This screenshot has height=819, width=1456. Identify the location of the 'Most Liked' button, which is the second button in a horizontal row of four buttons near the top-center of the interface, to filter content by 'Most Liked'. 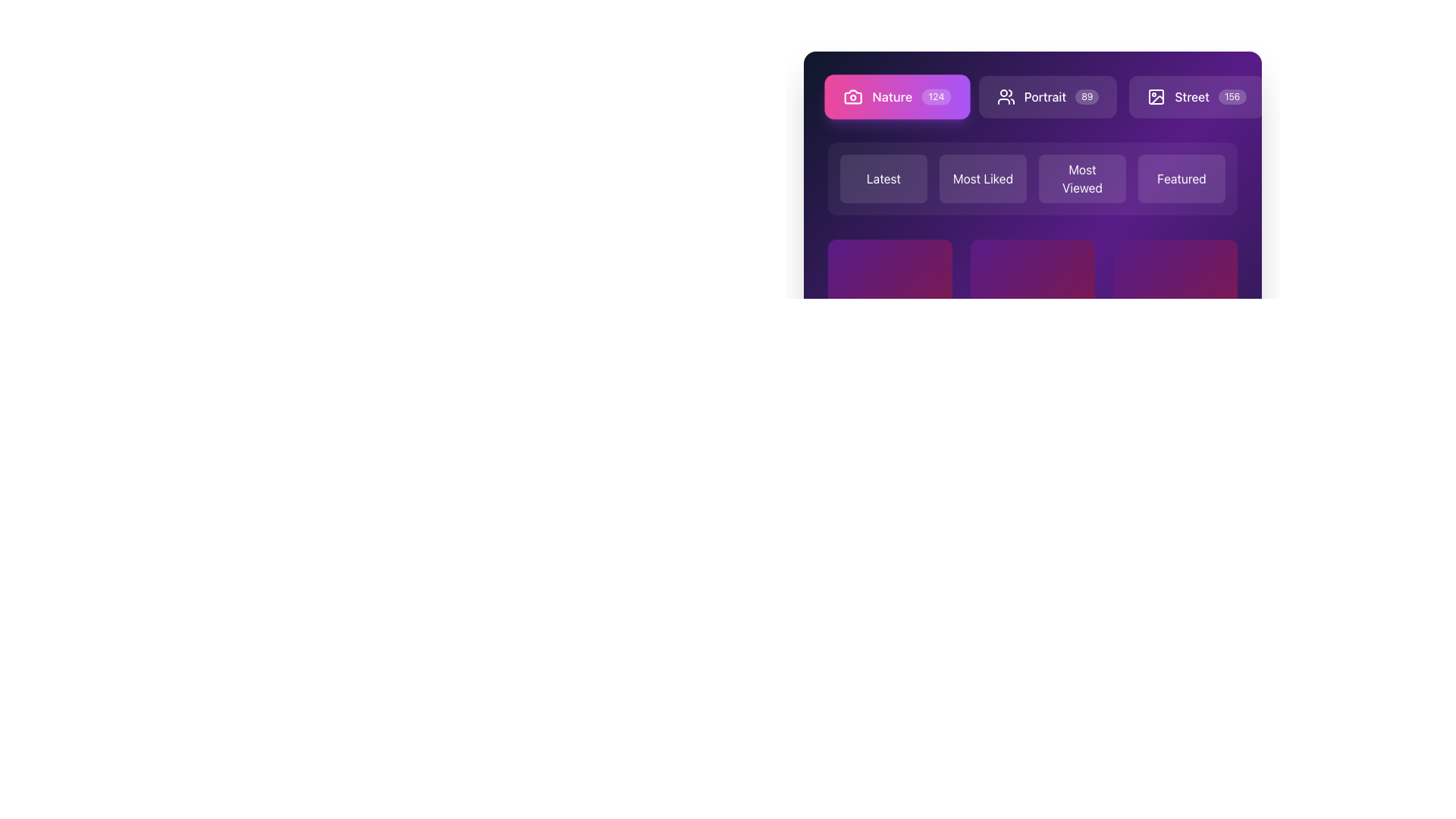
(983, 177).